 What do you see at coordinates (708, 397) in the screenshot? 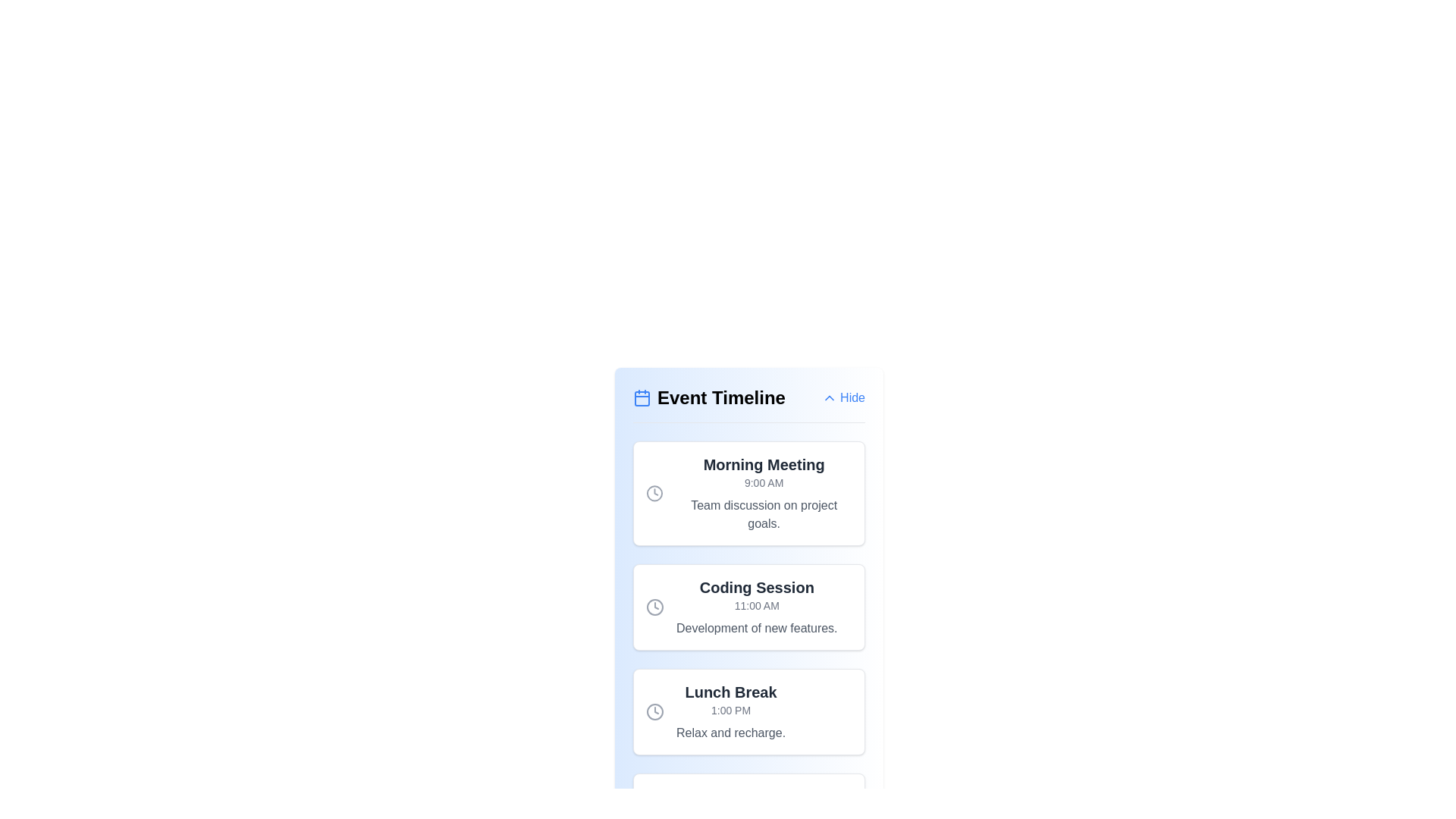
I see `the Text Label that serves as a title for the section` at bounding box center [708, 397].